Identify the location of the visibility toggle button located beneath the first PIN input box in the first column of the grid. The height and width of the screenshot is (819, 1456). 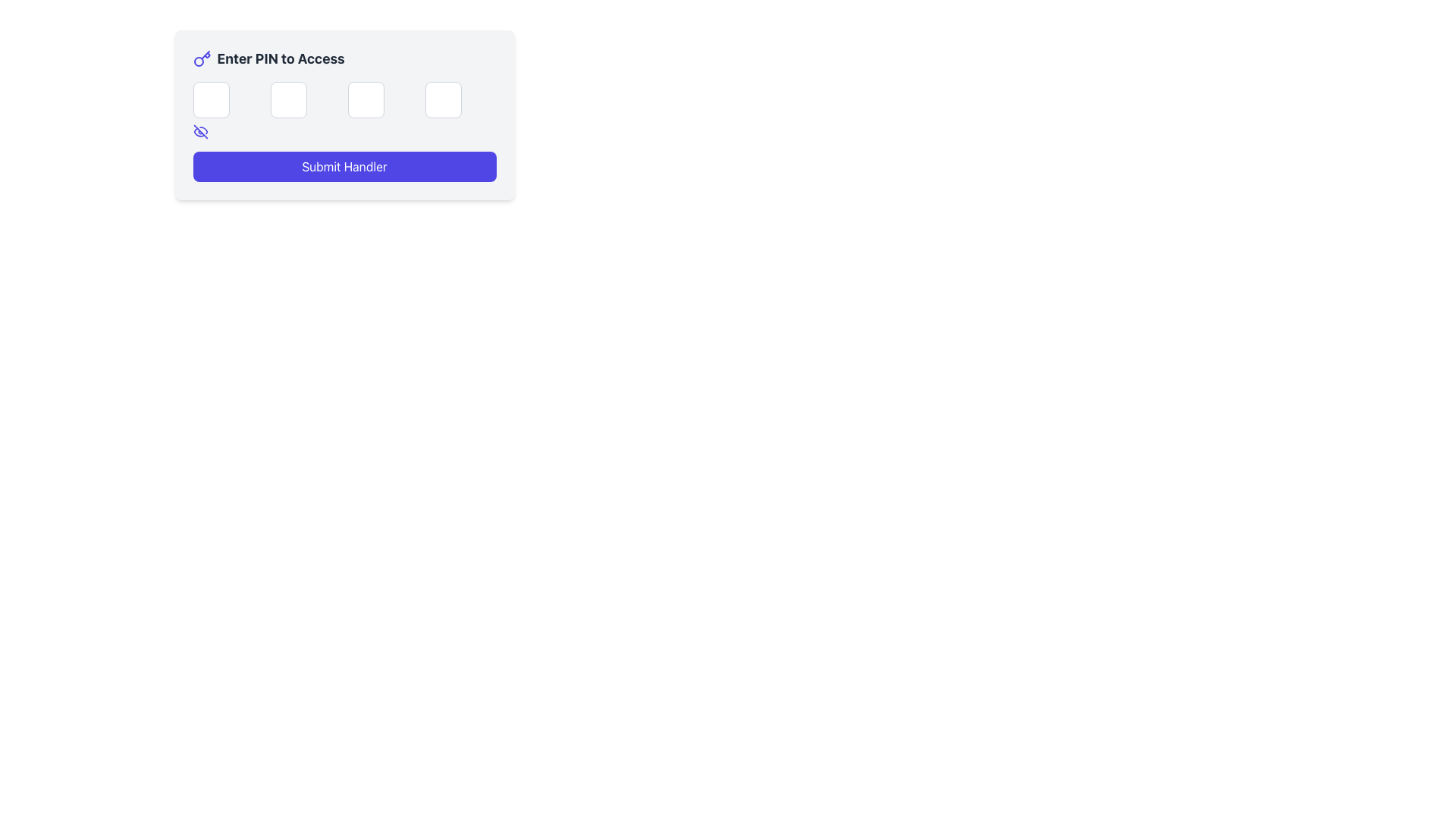
(227, 130).